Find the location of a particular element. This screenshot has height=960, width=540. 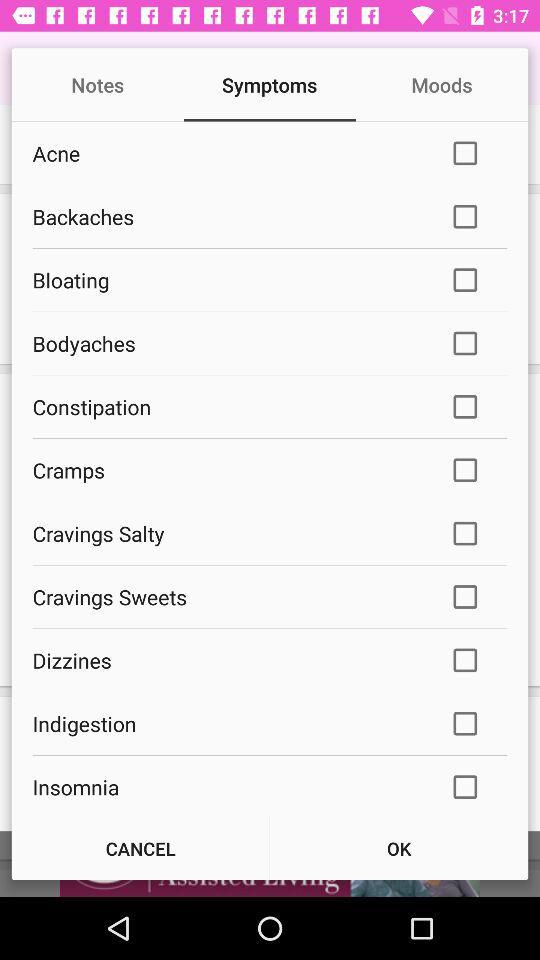

the indigestion icon is located at coordinates (226, 722).